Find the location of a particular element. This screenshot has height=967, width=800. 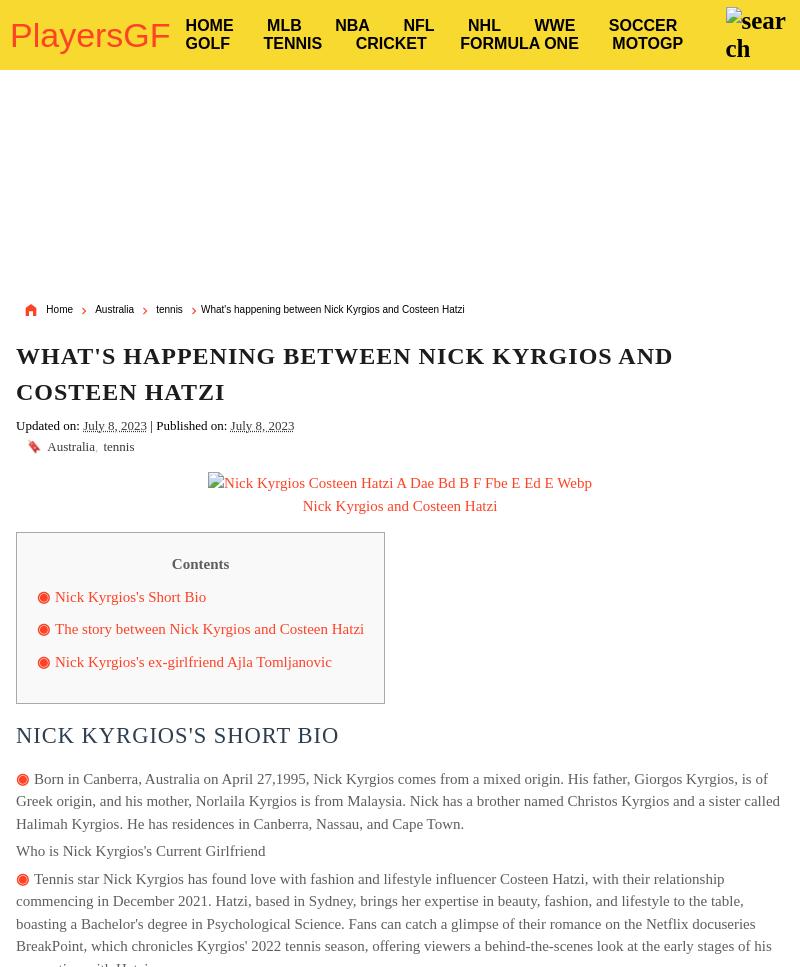

'Nick Kyrgios and Costeen Hatzi' is located at coordinates (398, 503).